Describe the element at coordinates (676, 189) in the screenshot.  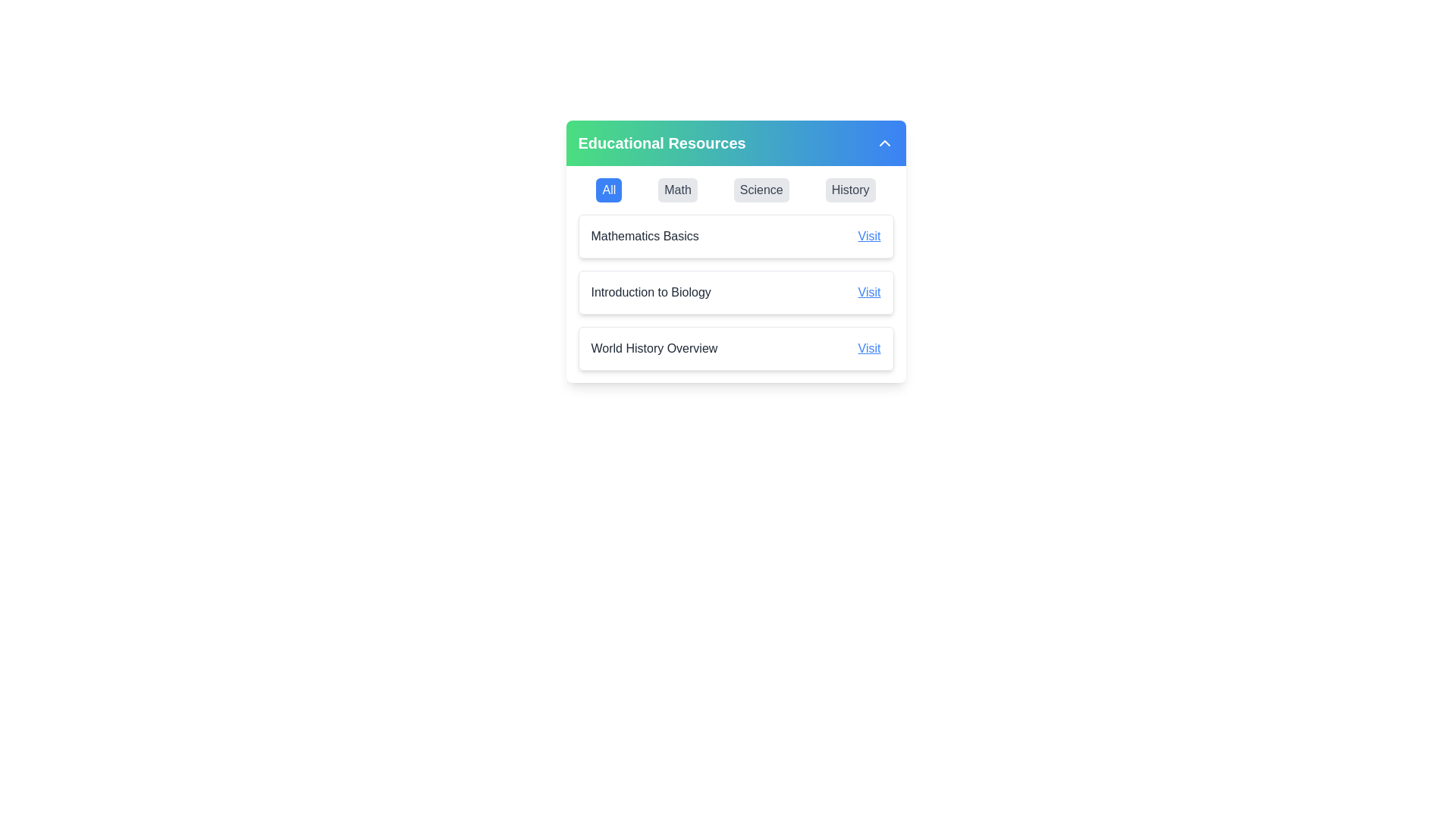
I see `the second tab under 'Educational Resources'` at that location.